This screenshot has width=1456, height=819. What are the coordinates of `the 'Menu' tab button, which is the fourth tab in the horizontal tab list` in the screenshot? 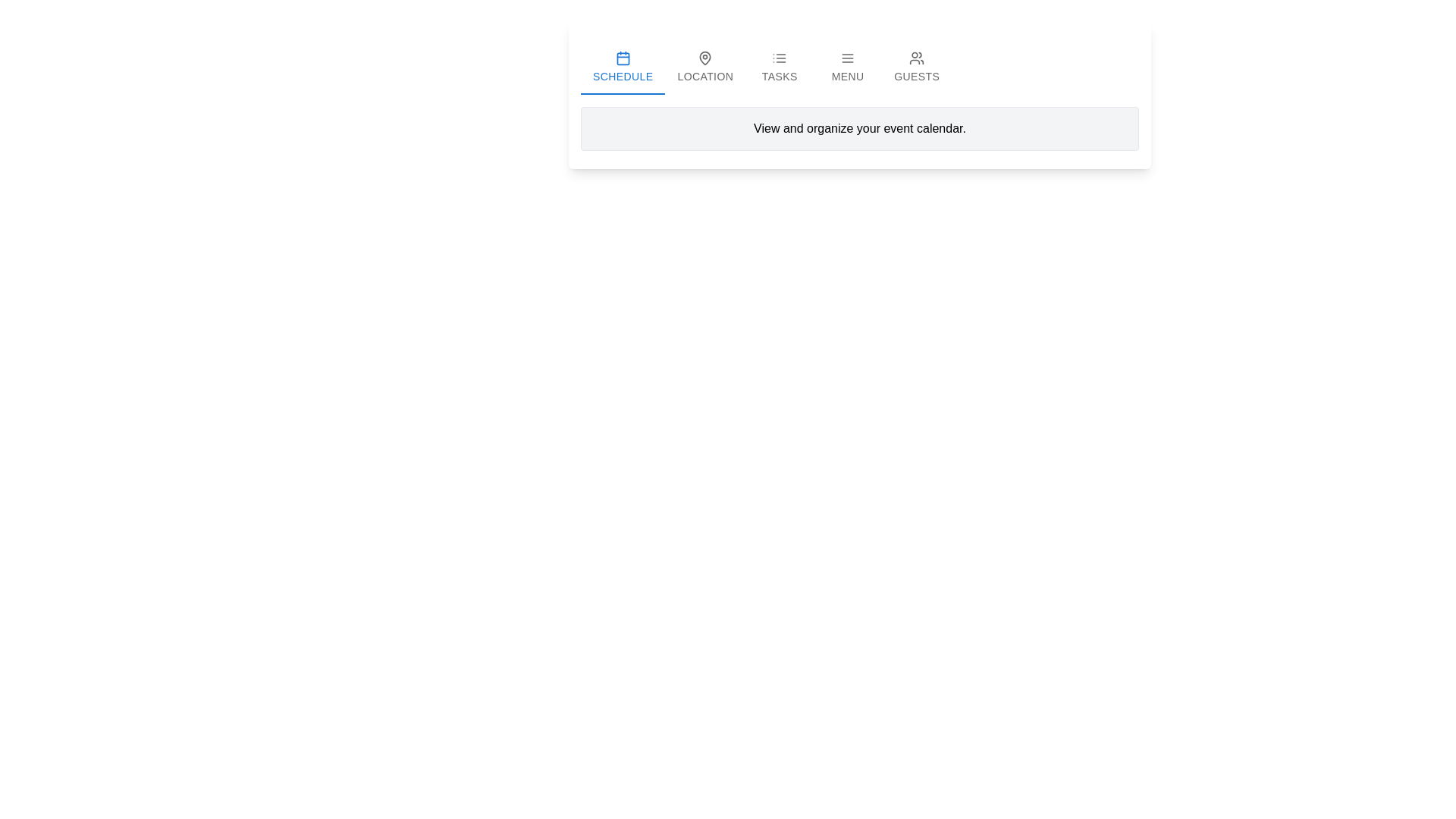 It's located at (847, 66).